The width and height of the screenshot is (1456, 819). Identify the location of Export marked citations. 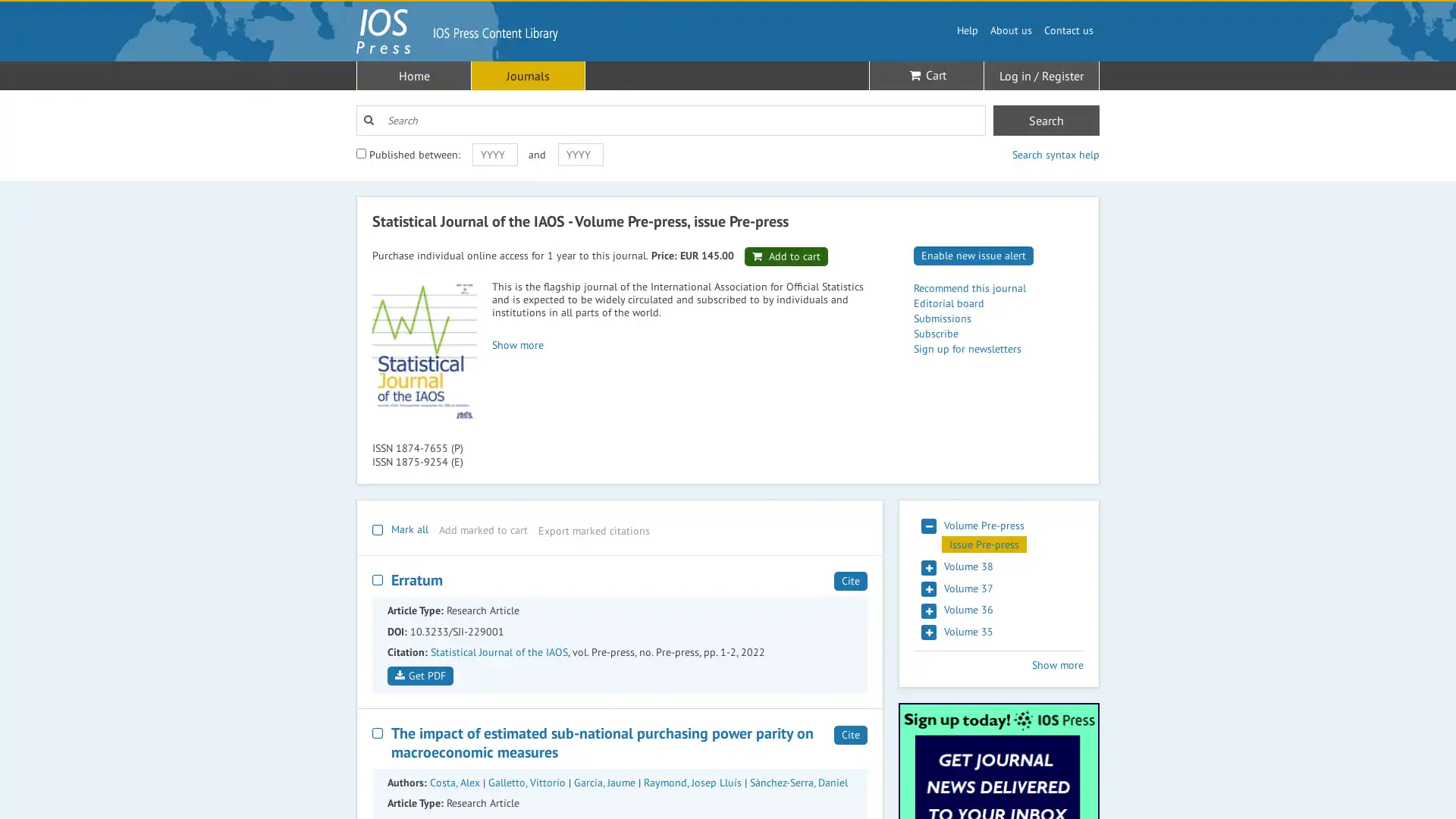
(593, 529).